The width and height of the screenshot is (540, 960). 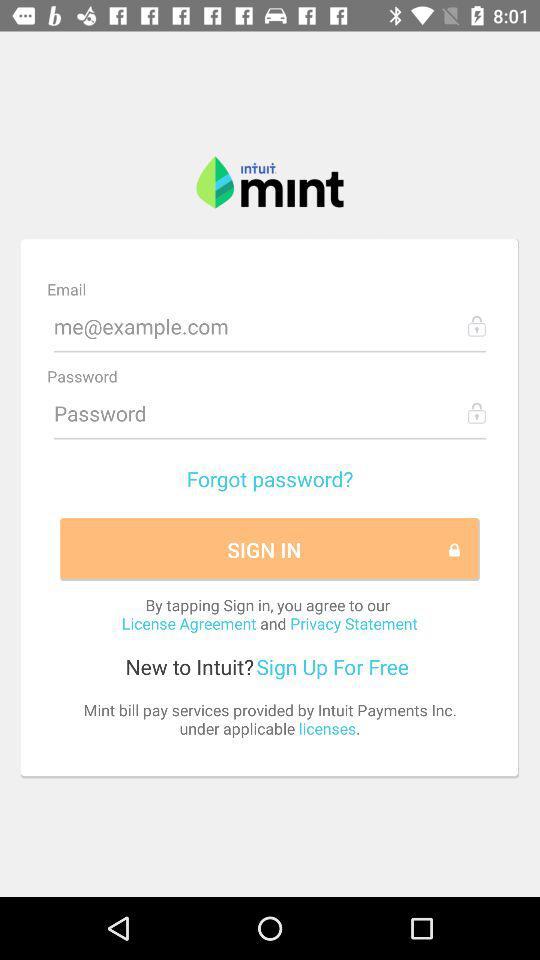 What do you see at coordinates (270, 412) in the screenshot?
I see `tipe password` at bounding box center [270, 412].